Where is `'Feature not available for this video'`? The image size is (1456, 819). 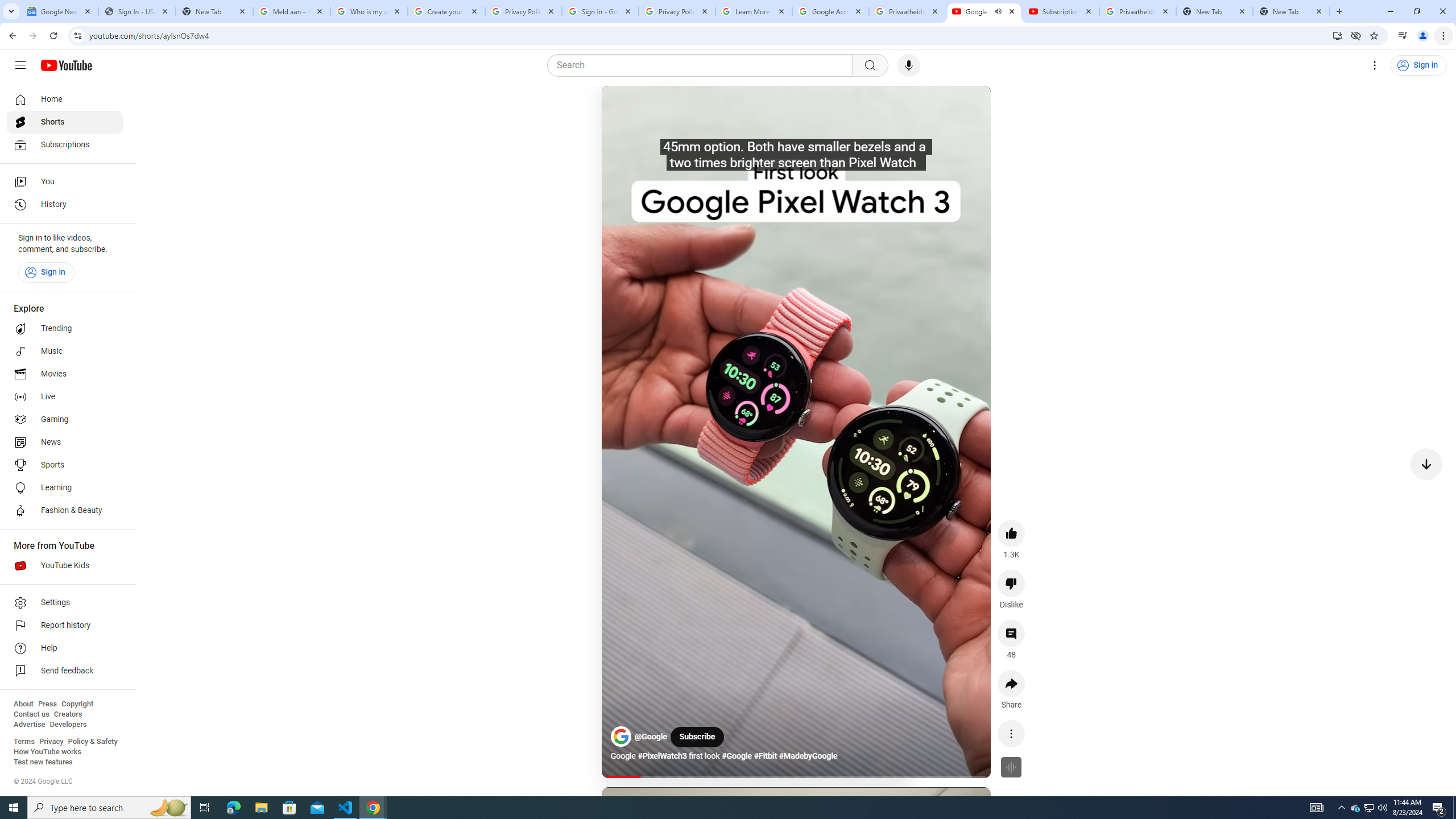 'Feature not available for this video' is located at coordinates (1011, 767).